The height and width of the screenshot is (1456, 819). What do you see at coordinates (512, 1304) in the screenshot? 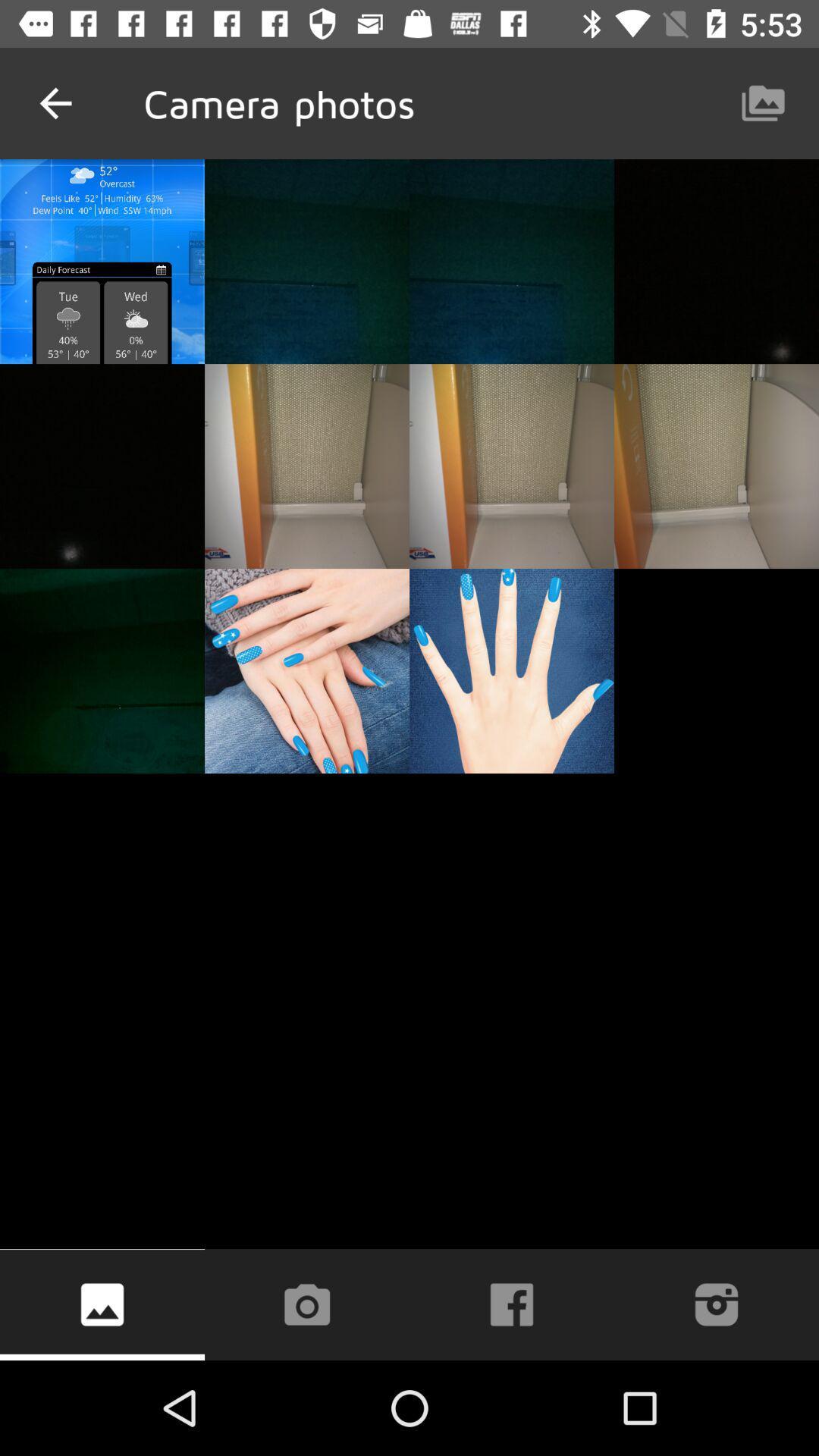
I see `the facebook icon` at bounding box center [512, 1304].